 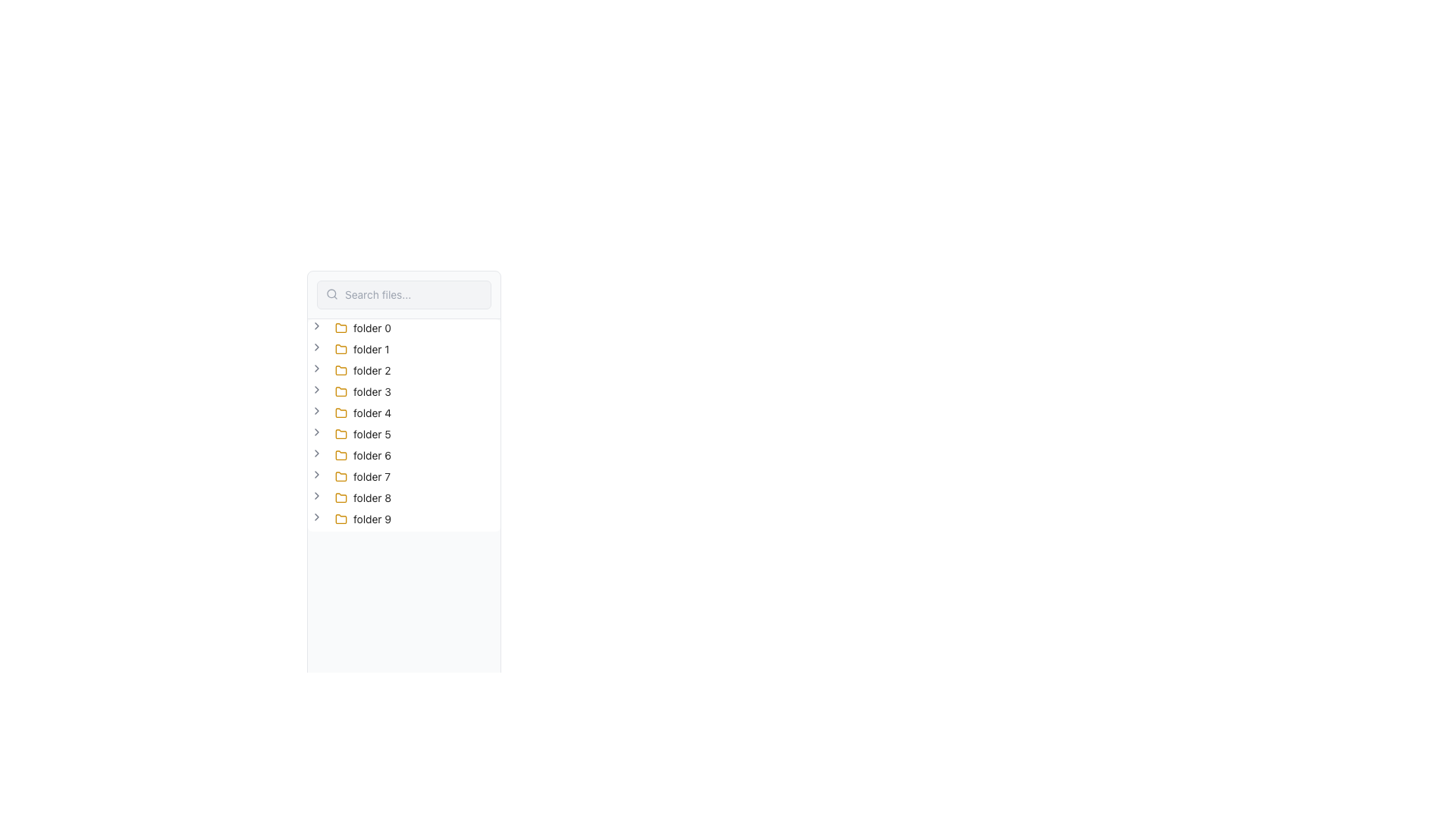 What do you see at coordinates (362, 455) in the screenshot?
I see `the static text label representing 'folder 6' in the tree navigation menu` at bounding box center [362, 455].